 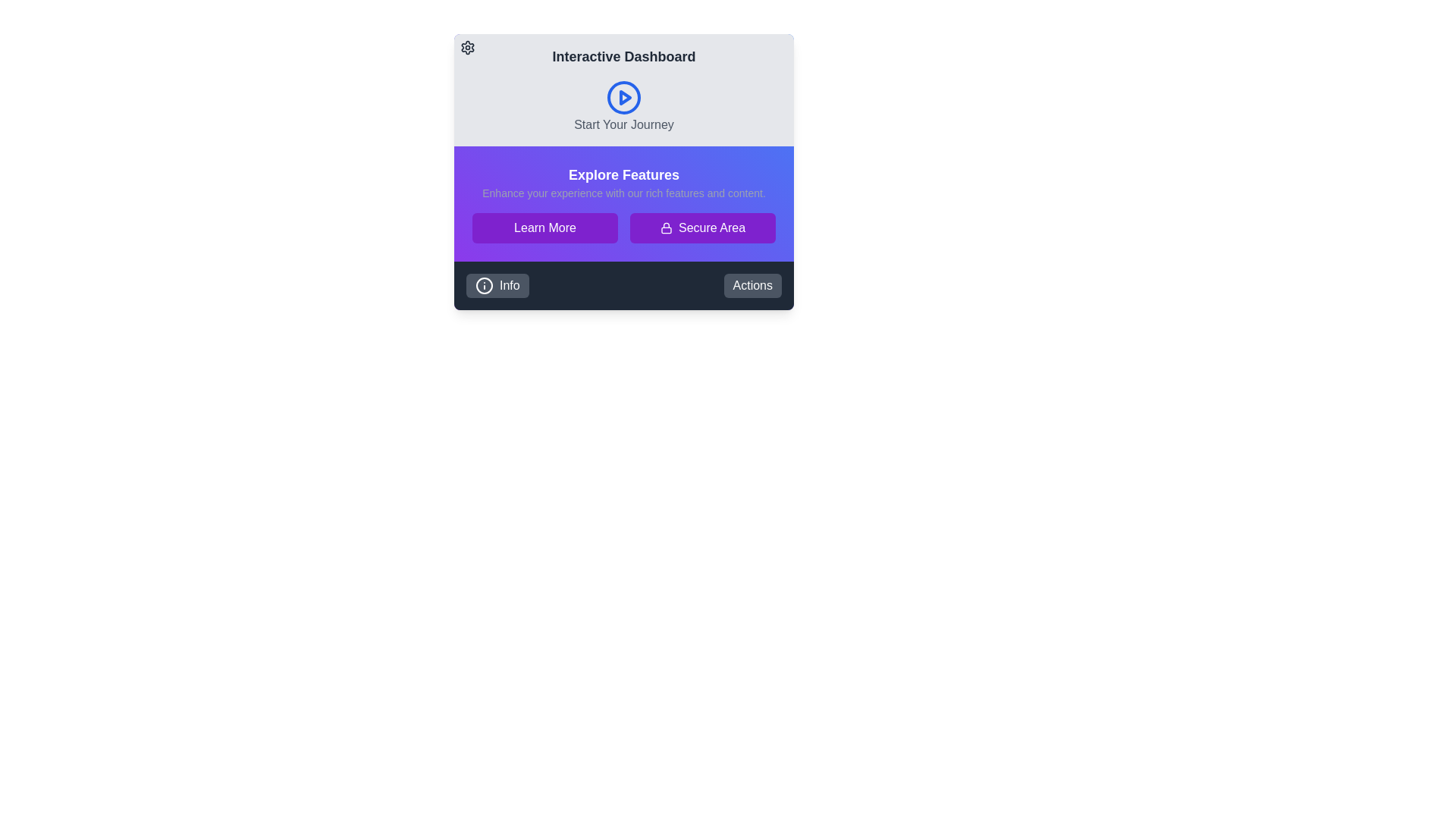 I want to click on the information button located on the left side of the horizontal bar at the bottom of the main card, which is the first button before the 'Actions' button, so click(x=497, y=286).